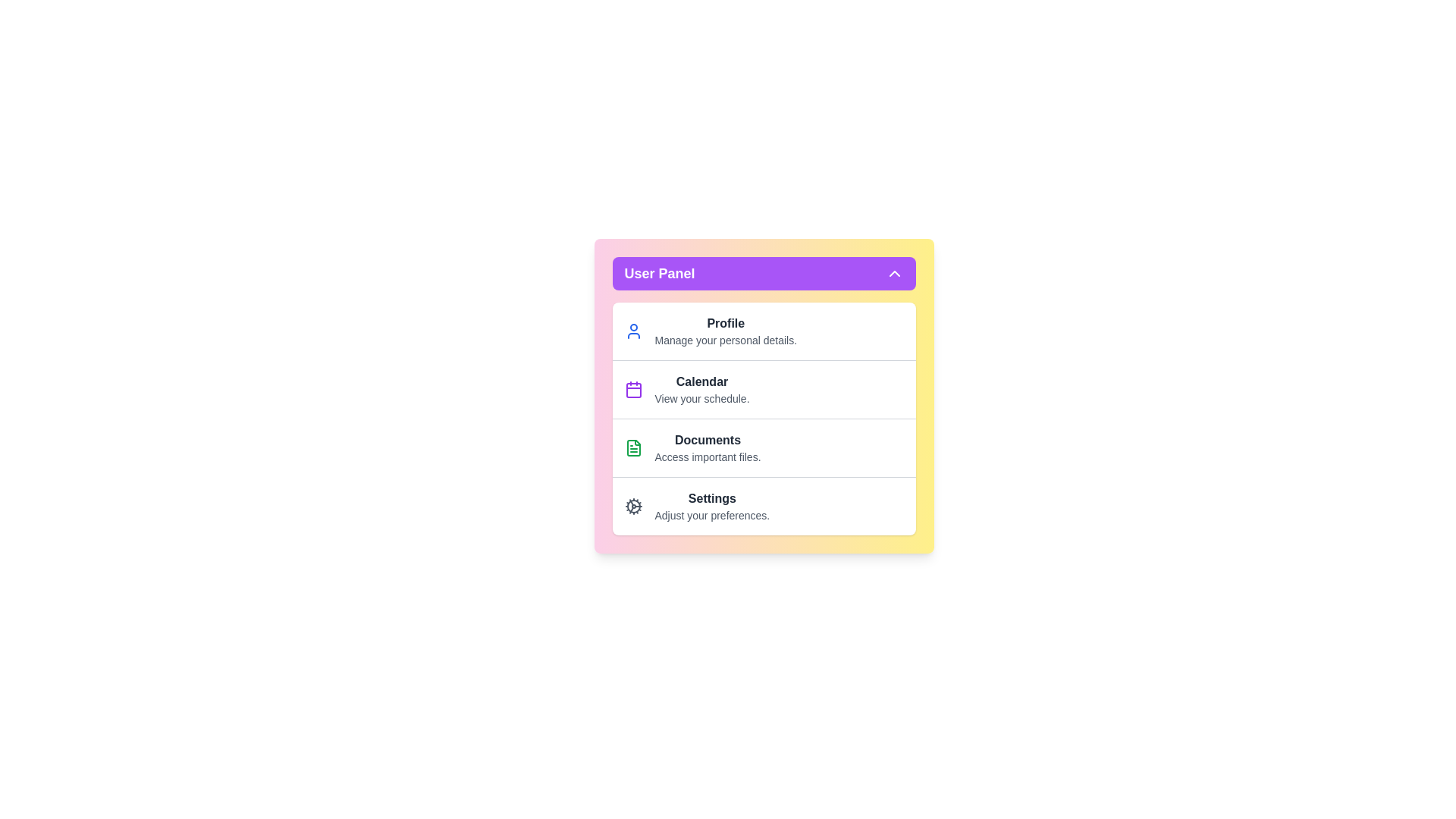 The width and height of the screenshot is (1456, 819). I want to click on the 'Settings' text element located in the User Panel, so click(711, 506).